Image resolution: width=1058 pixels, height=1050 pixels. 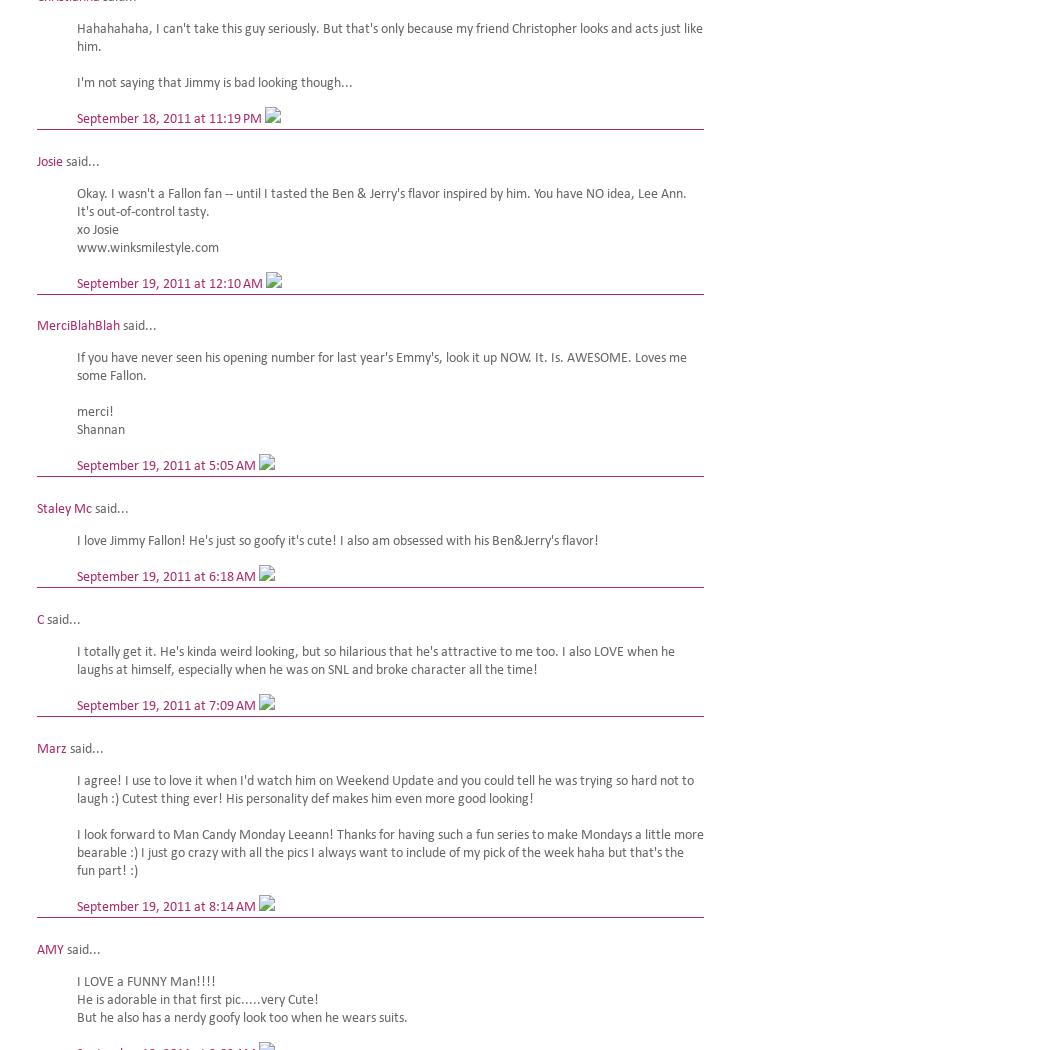 What do you see at coordinates (337, 541) in the screenshot?
I see `'I love Jimmy Fallon! He's just so goofy it's cute! I also am obsessed with his Ben&Jerry's flavor!'` at bounding box center [337, 541].